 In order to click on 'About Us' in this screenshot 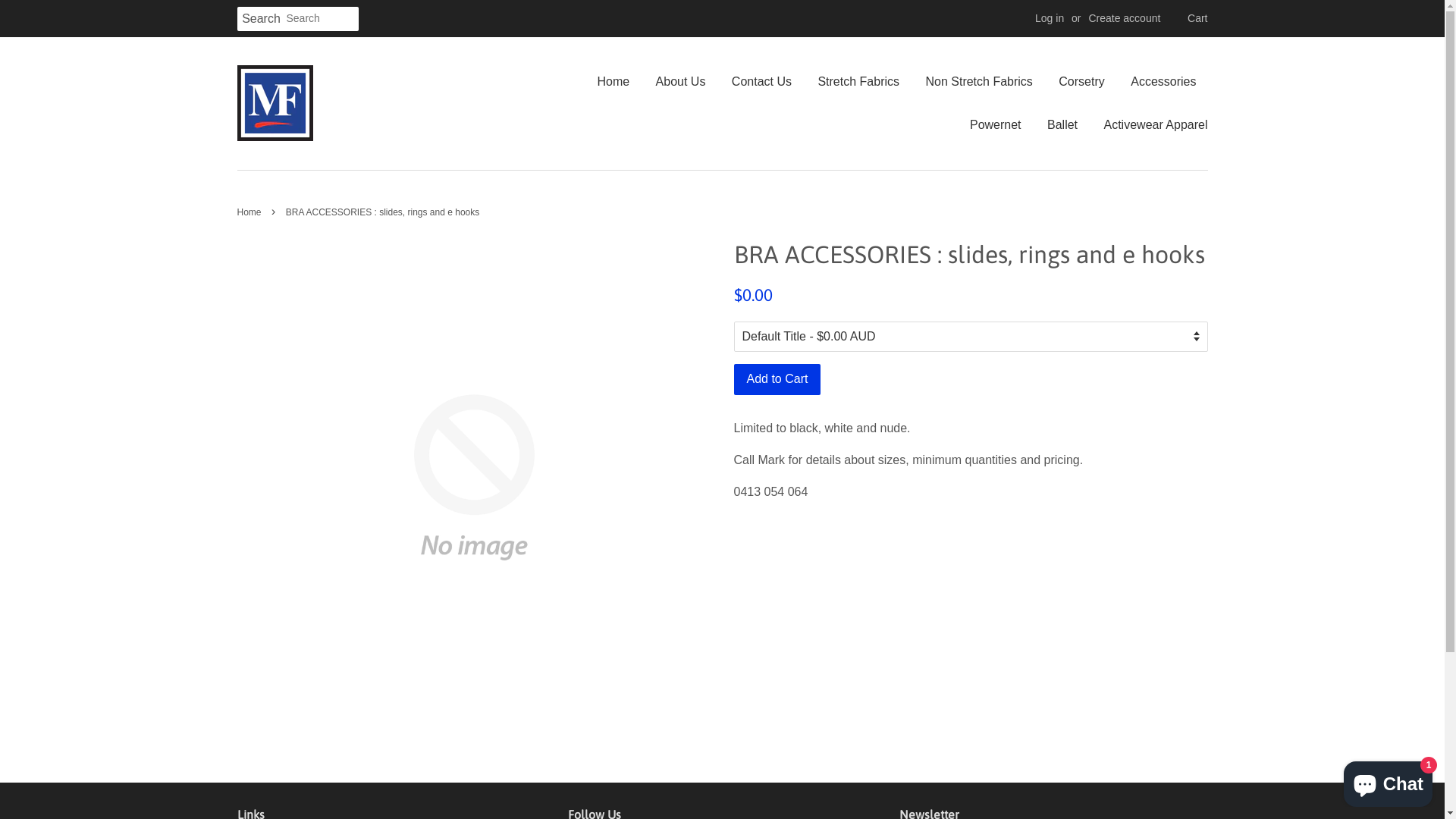, I will do `click(679, 81)`.